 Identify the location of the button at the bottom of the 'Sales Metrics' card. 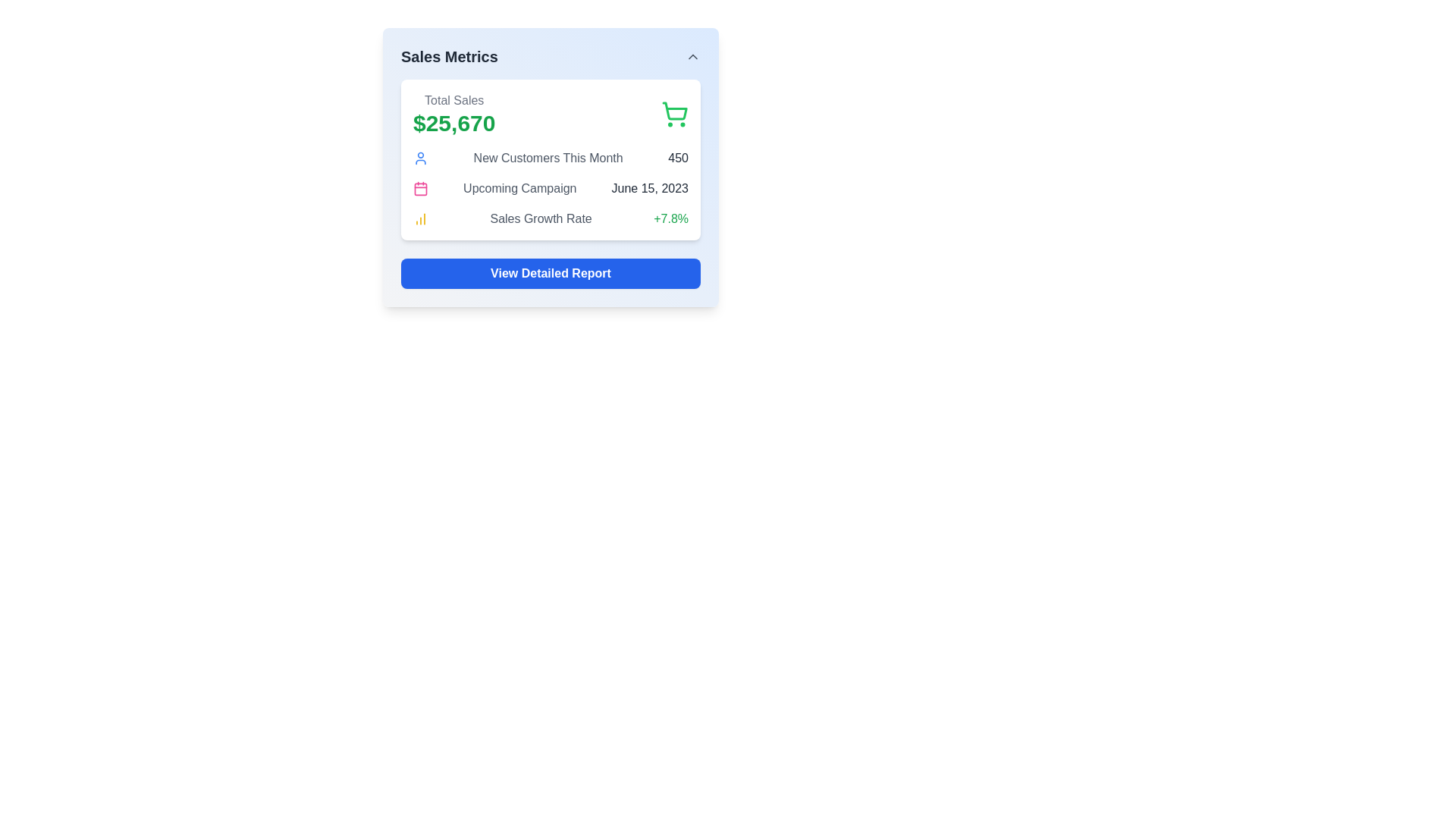
(550, 274).